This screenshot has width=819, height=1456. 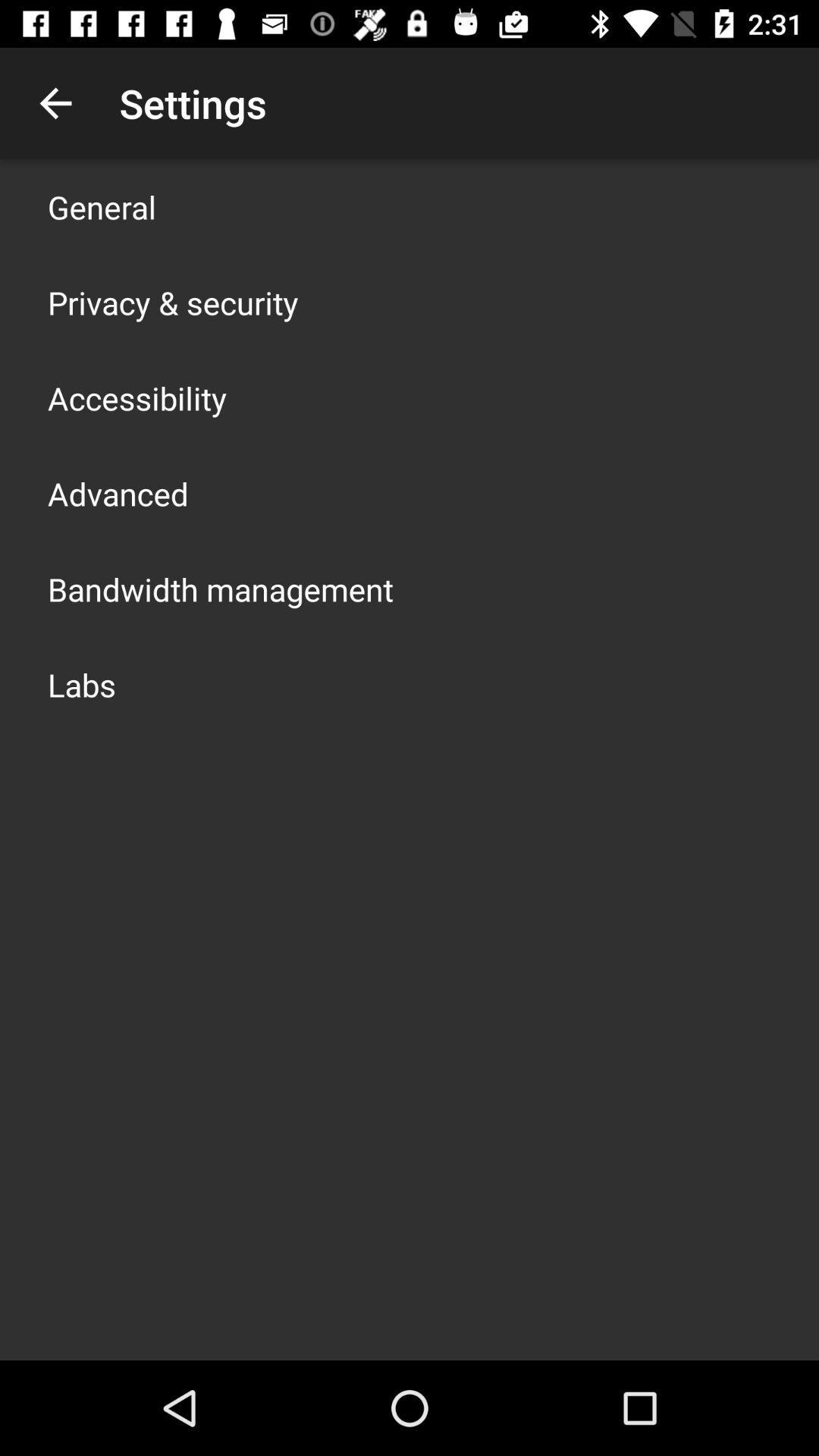 What do you see at coordinates (82, 683) in the screenshot?
I see `the labs item` at bounding box center [82, 683].